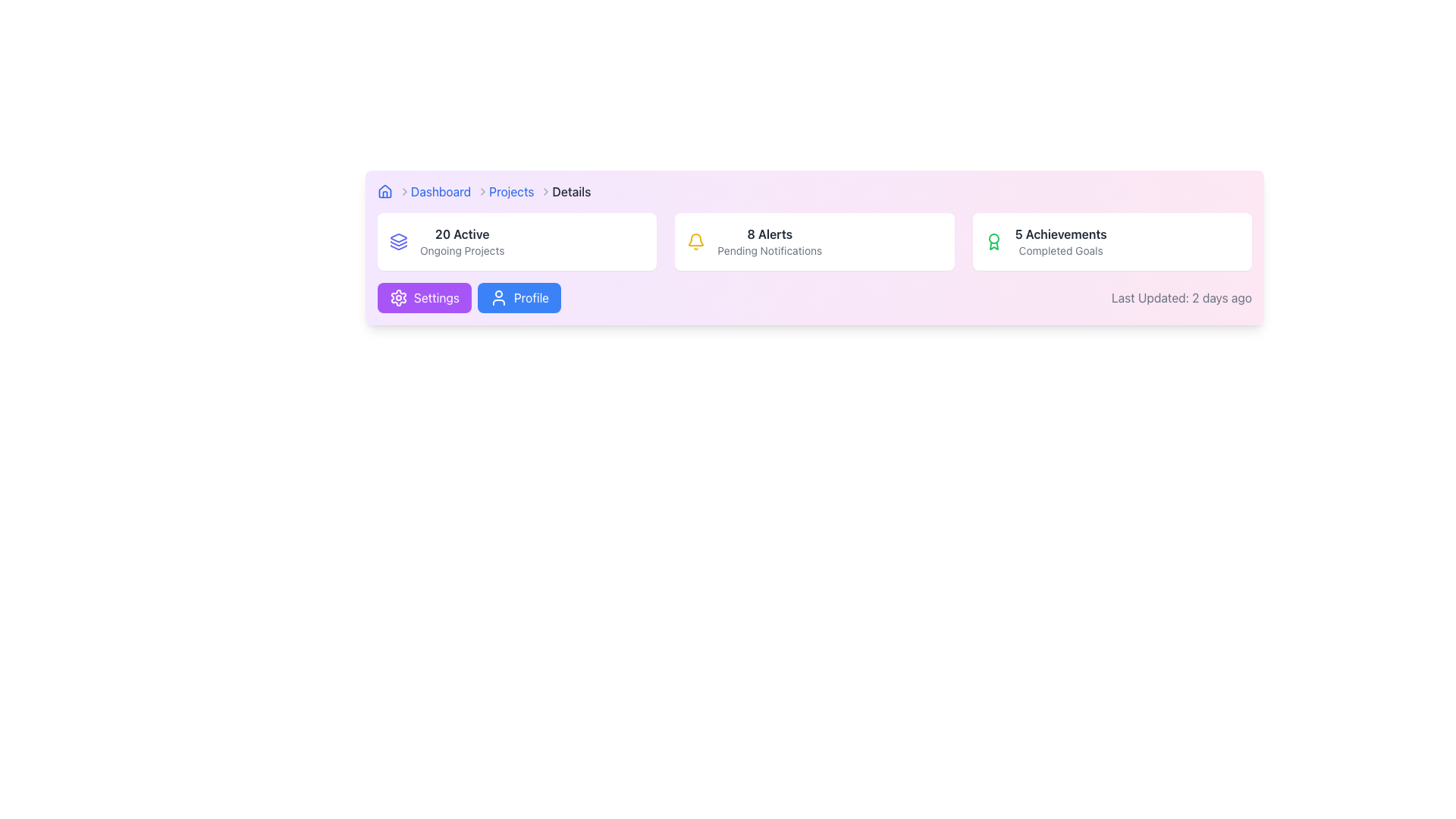 This screenshot has width=1456, height=819. I want to click on the notification icon located in the card labeled '8 Alerts', which is the first icon to the left within the card in the horizontal layout, so click(695, 241).